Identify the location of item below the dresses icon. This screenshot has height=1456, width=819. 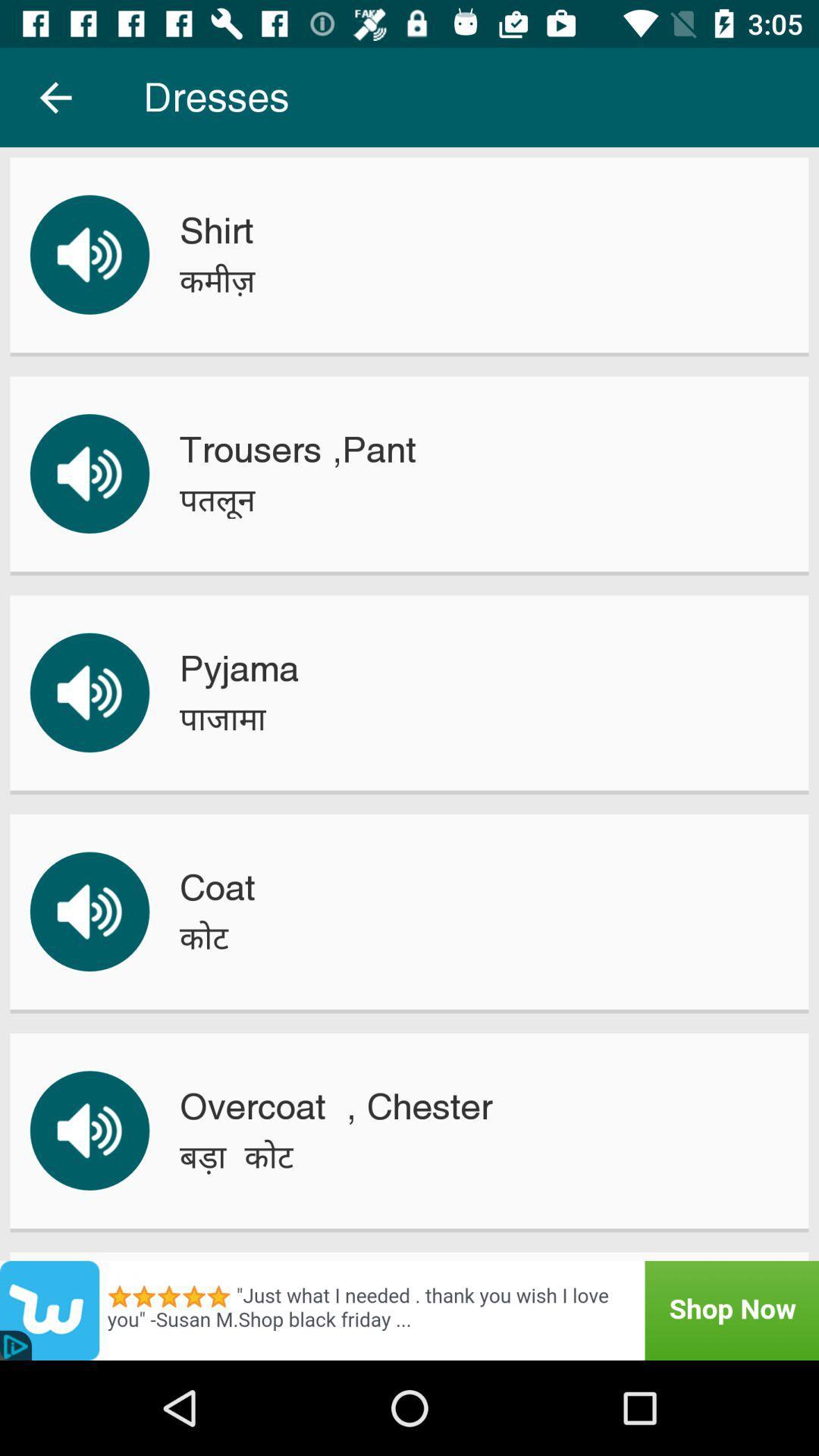
(216, 230).